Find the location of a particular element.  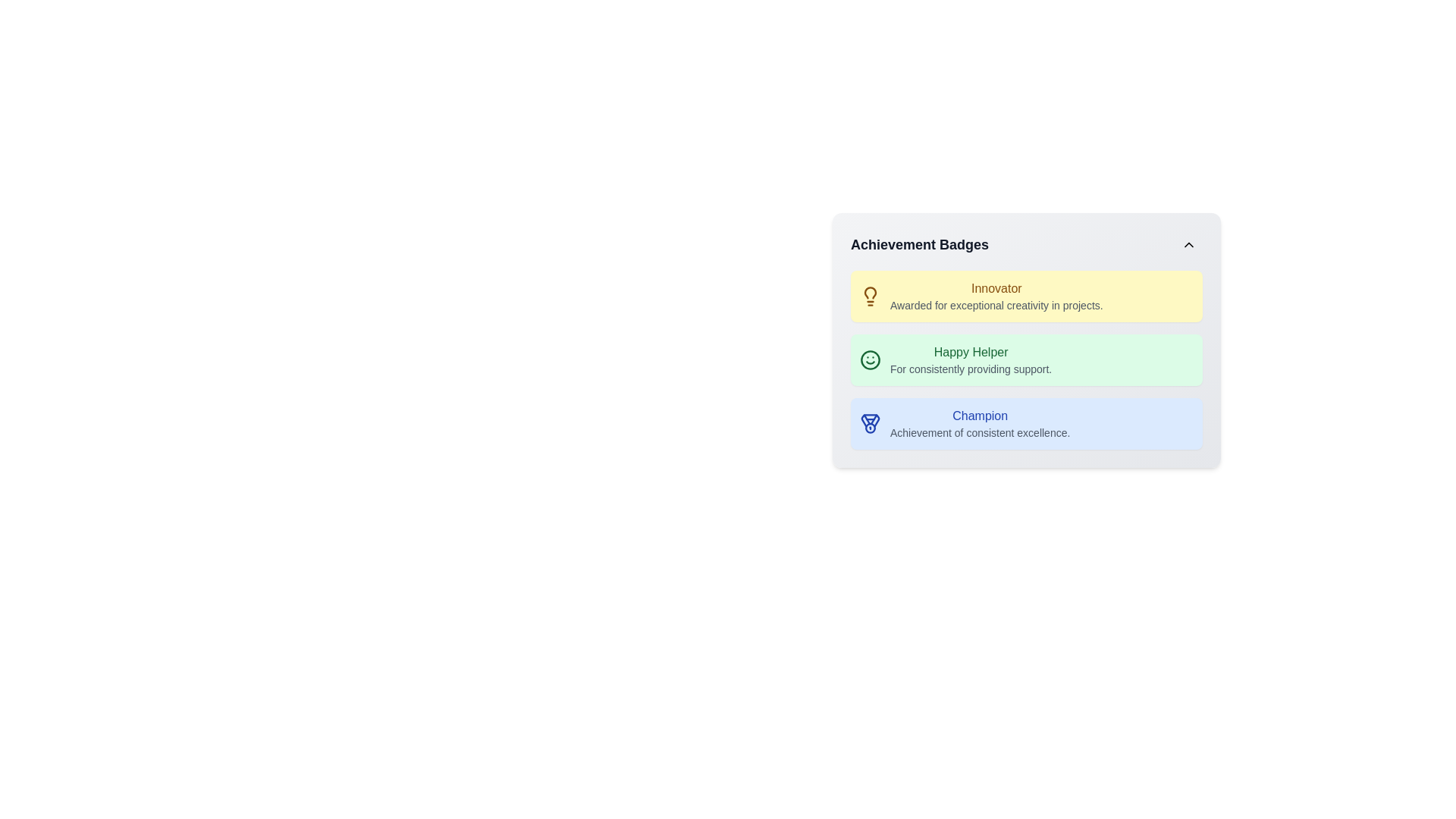

text content of the subtitle element that provides descriptive information about the 'Happy Helper' achievement, located directly under the 'Happy Helper' title is located at coordinates (971, 369).